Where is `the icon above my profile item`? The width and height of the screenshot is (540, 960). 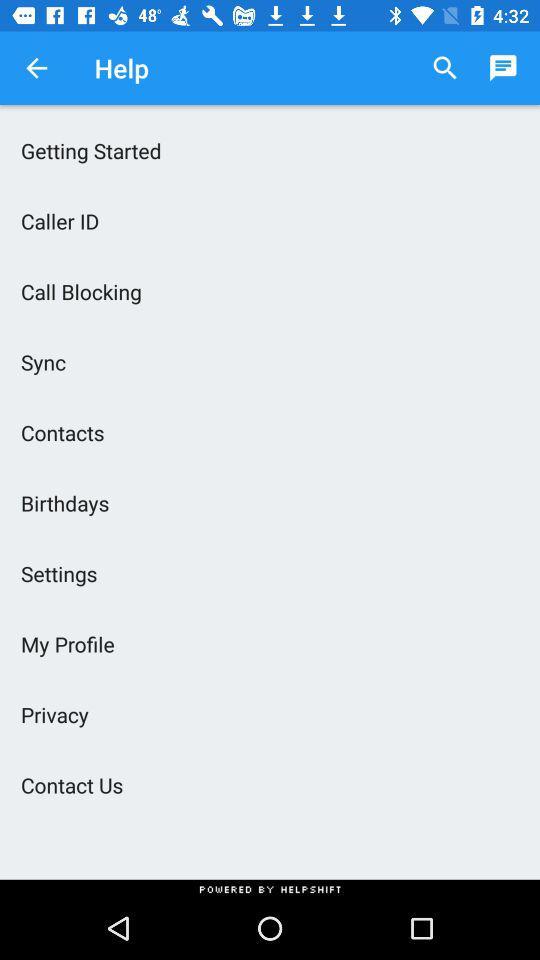 the icon above my profile item is located at coordinates (270, 573).